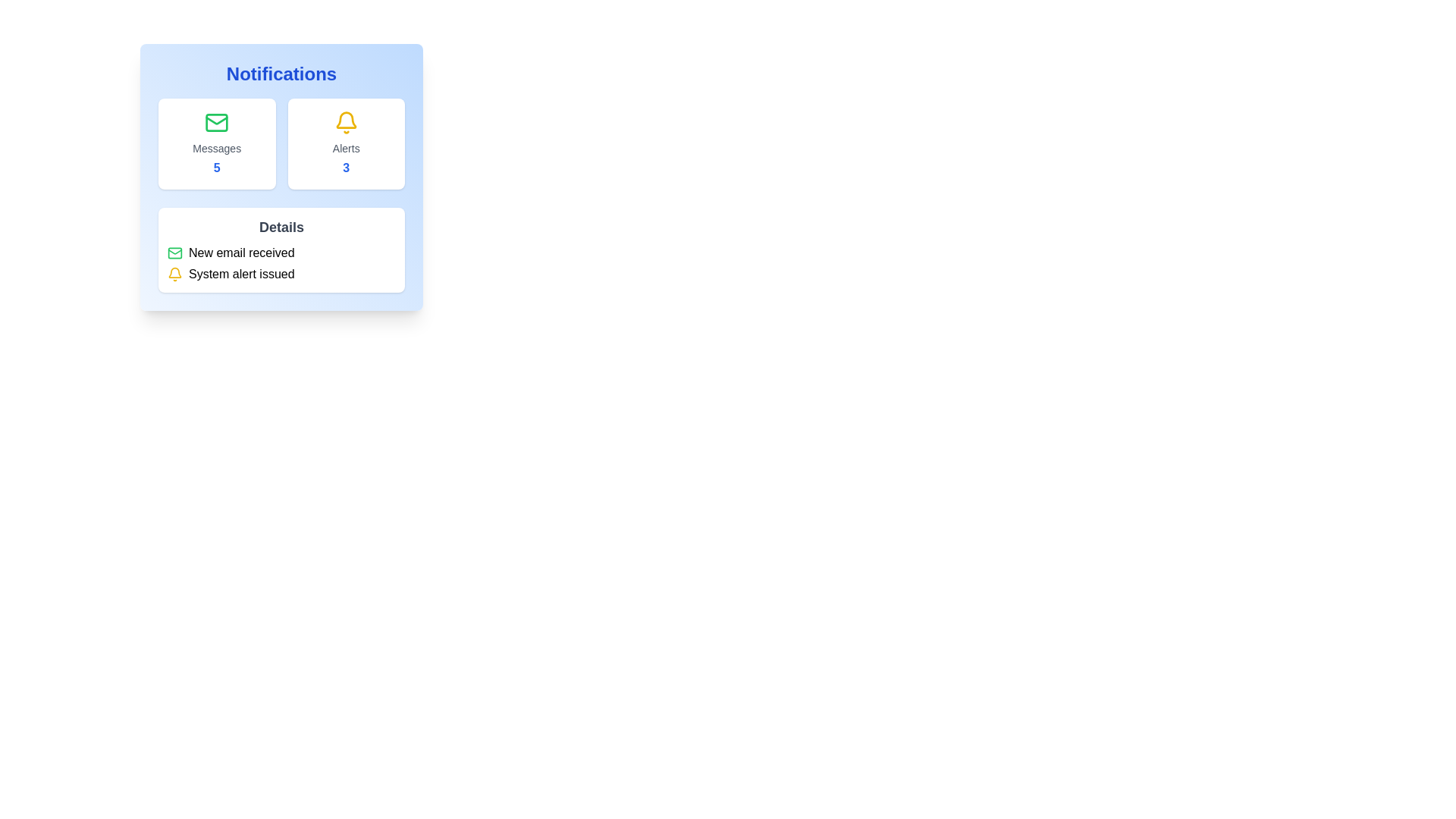  I want to click on the 'Messages' label in the Notifications section, which is styled with a smaller font size and light gray color, located below a green email icon and above the number '5', so click(216, 149).